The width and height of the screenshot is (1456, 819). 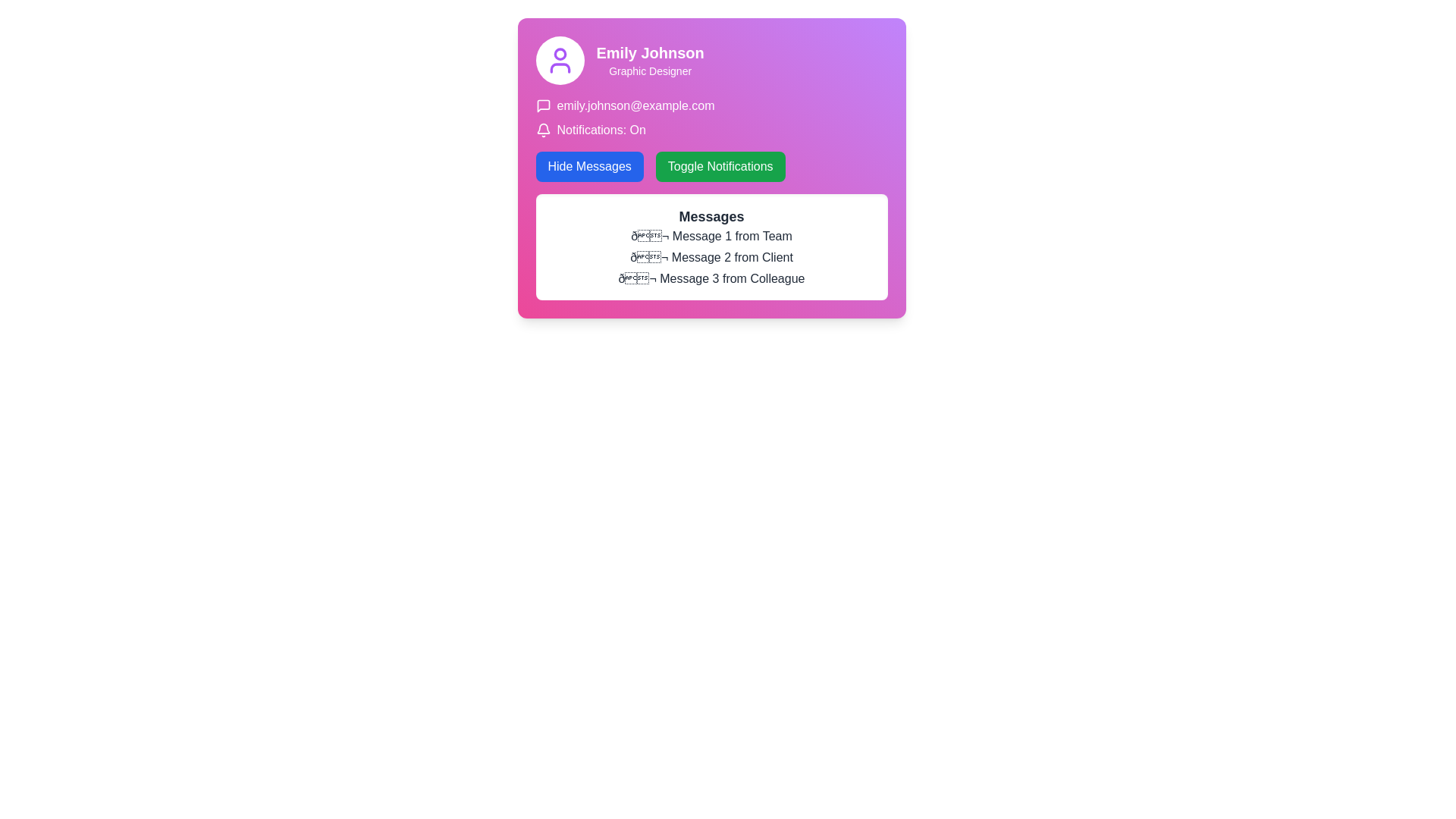 I want to click on the speech bubble icon used for messaging or commenting, located above the email 'emily.johnson@example.com', so click(x=543, y=105).